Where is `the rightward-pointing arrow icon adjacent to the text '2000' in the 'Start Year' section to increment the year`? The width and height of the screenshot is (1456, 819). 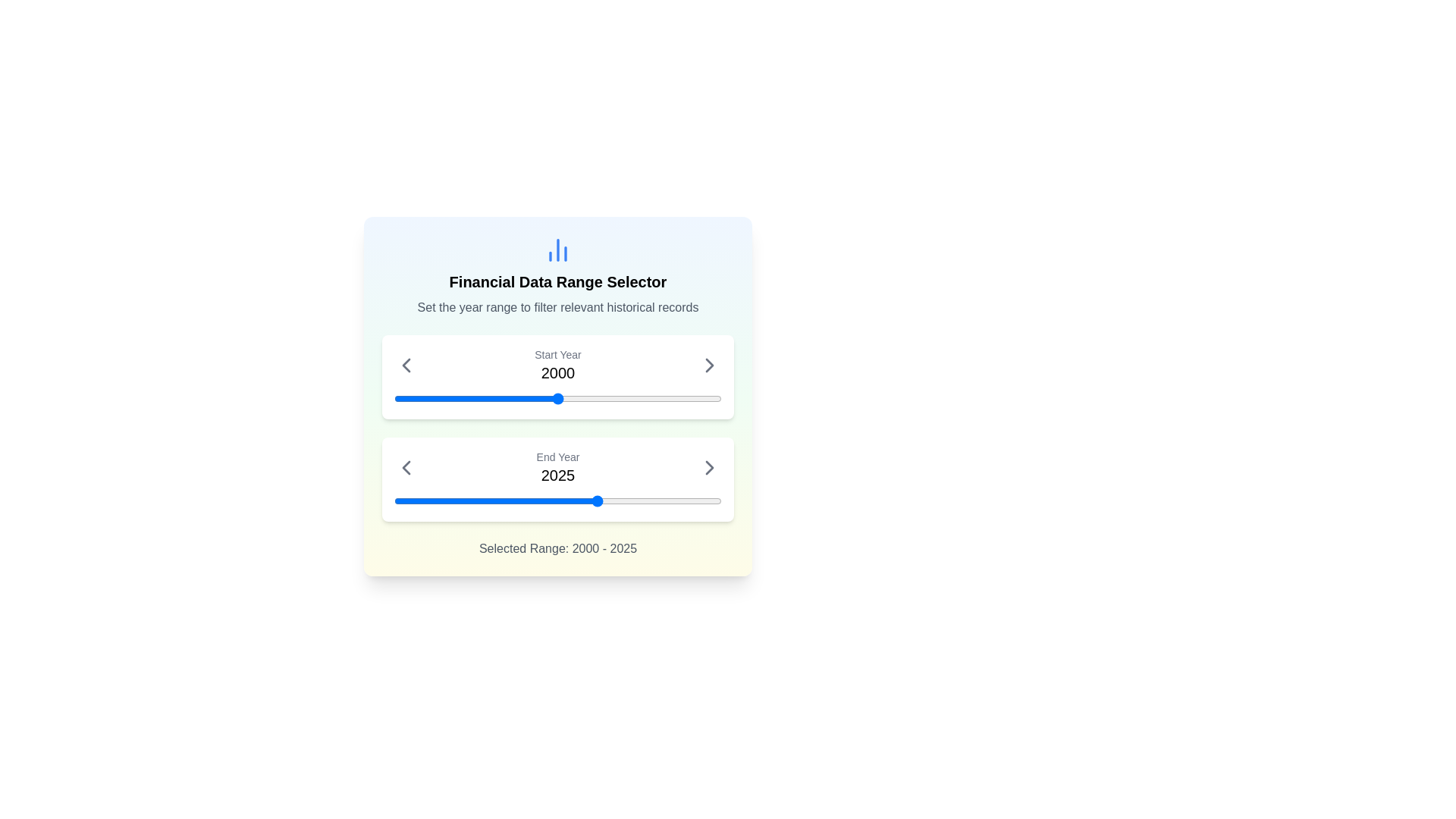
the rightward-pointing arrow icon adjacent to the text '2000' in the 'Start Year' section to increment the year is located at coordinates (709, 366).